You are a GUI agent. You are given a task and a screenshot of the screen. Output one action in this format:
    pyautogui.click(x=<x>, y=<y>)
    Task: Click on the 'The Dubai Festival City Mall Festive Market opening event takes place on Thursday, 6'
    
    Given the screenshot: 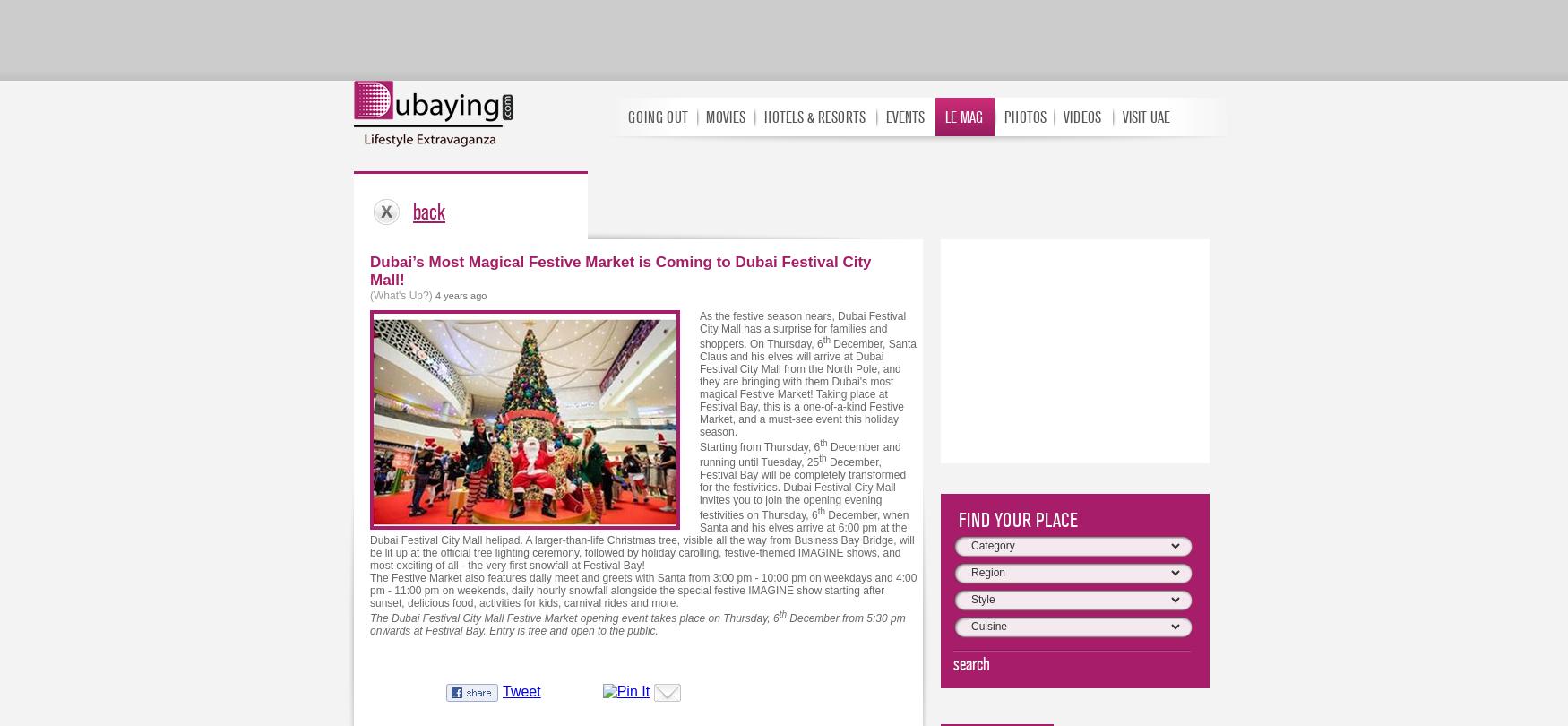 What is the action you would take?
    pyautogui.click(x=573, y=618)
    